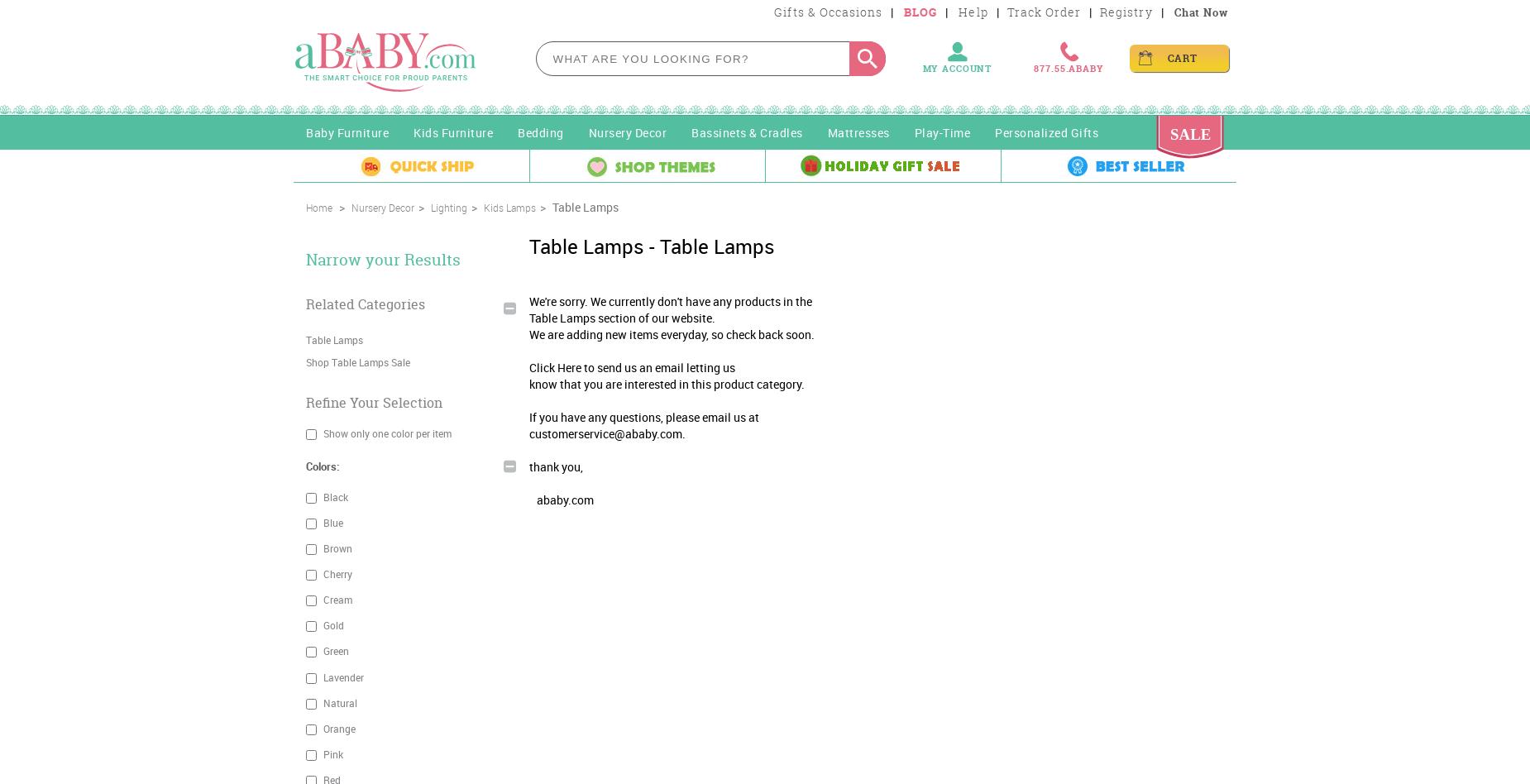  I want to click on 'Help', so click(972, 12).